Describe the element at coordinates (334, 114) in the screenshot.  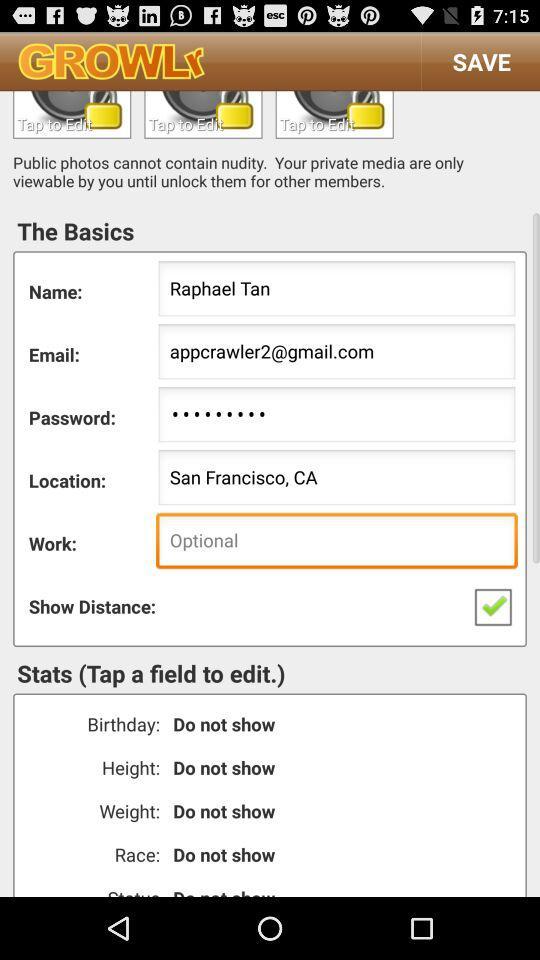
I see `text box for work` at that location.